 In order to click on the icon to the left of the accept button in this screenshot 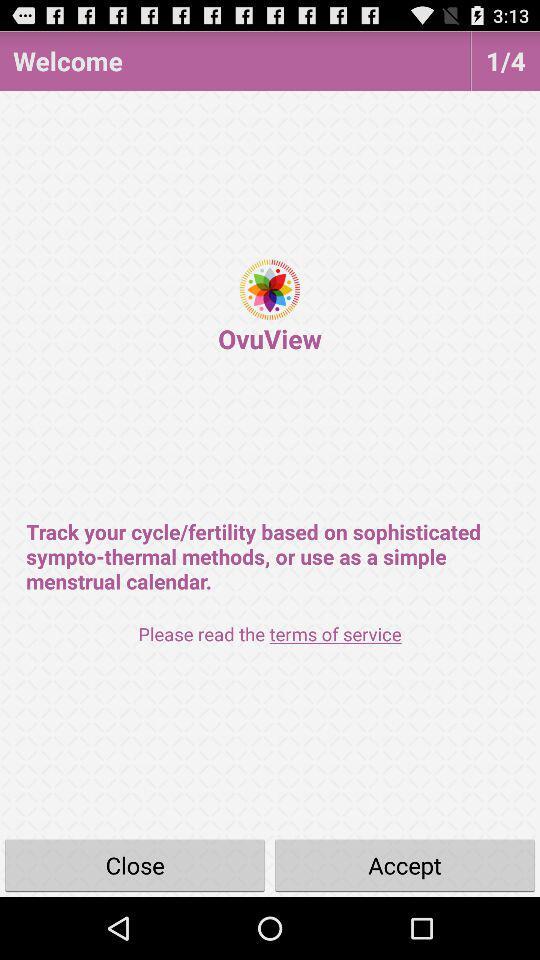, I will do `click(135, 864)`.